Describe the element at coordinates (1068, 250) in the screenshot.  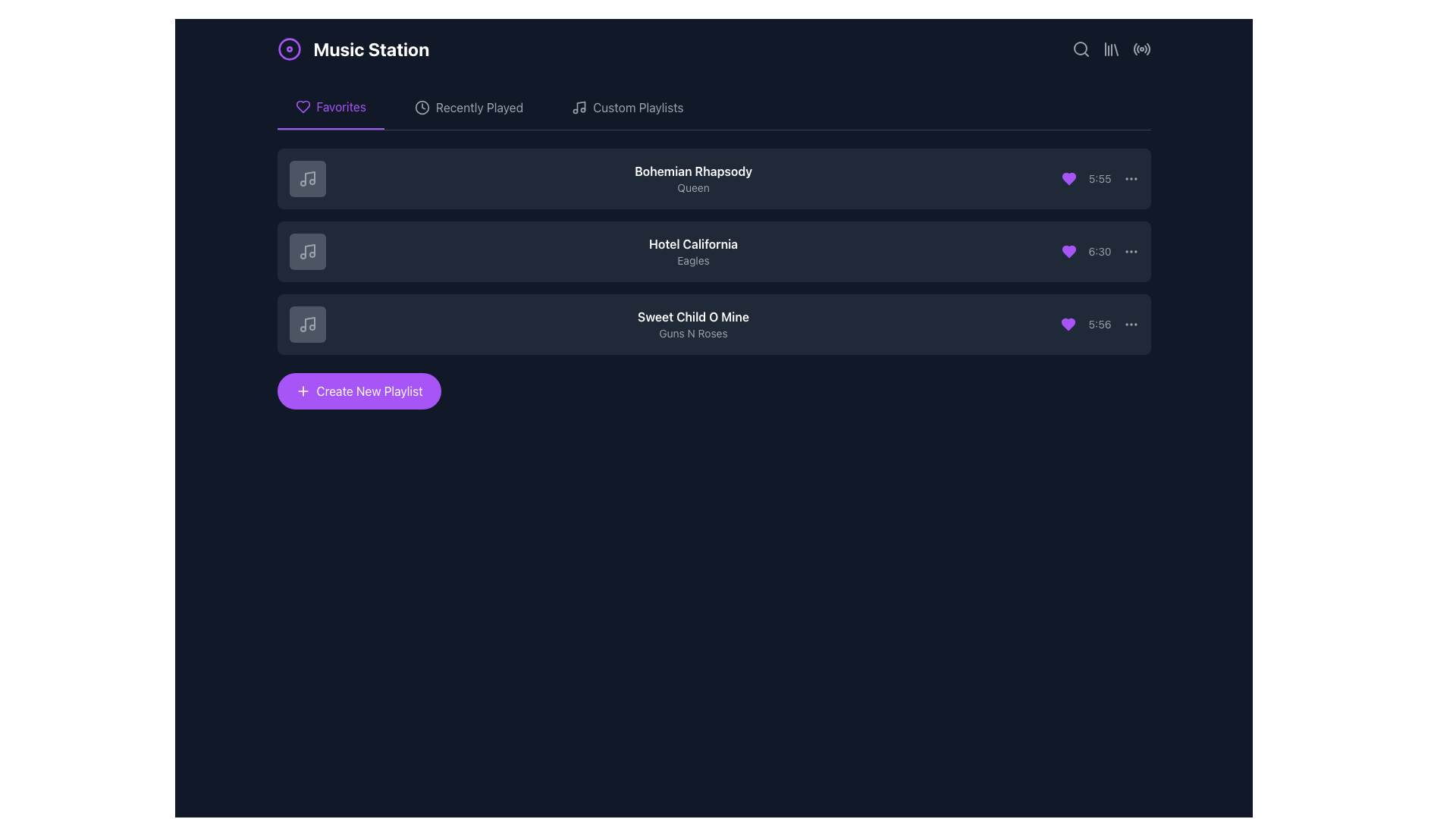
I see `the heart-shaped favoriting indicator icon, which is filled purple and located next to the time indicator '6:30' in the second list item of the 'Favorites' tab` at that location.